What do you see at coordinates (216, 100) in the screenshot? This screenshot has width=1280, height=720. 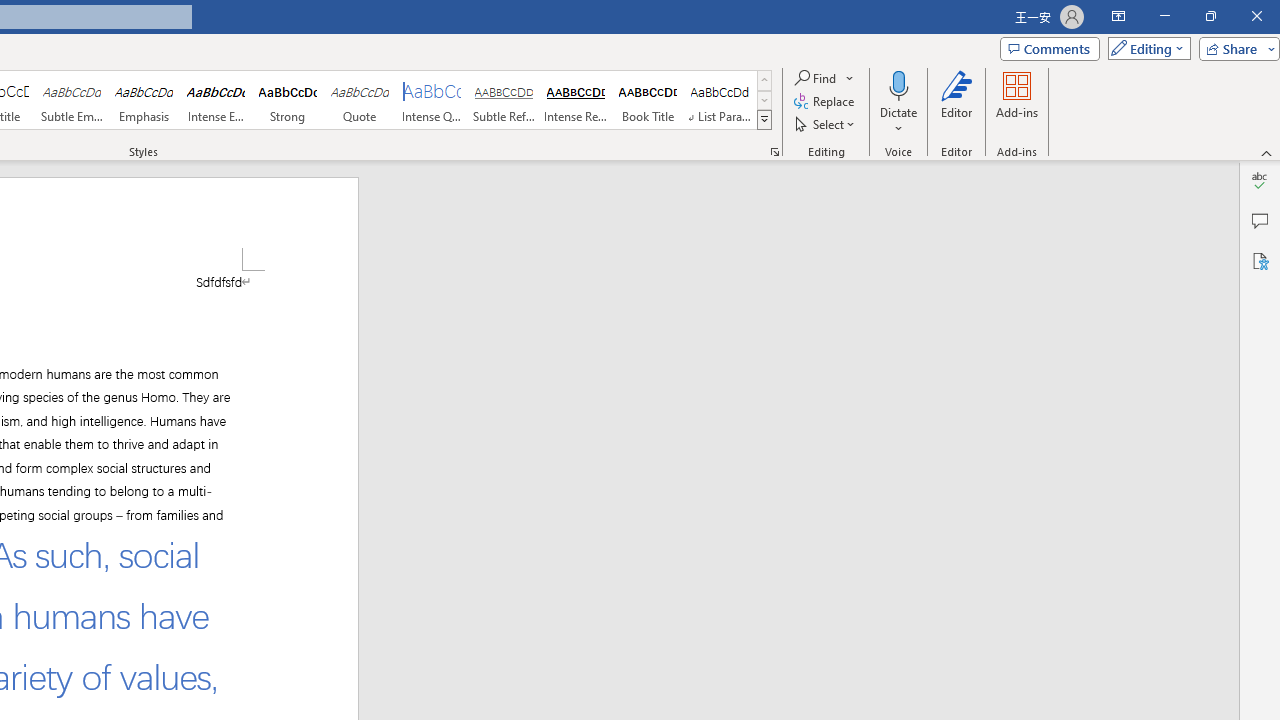 I see `'Intense Emphasis'` at bounding box center [216, 100].